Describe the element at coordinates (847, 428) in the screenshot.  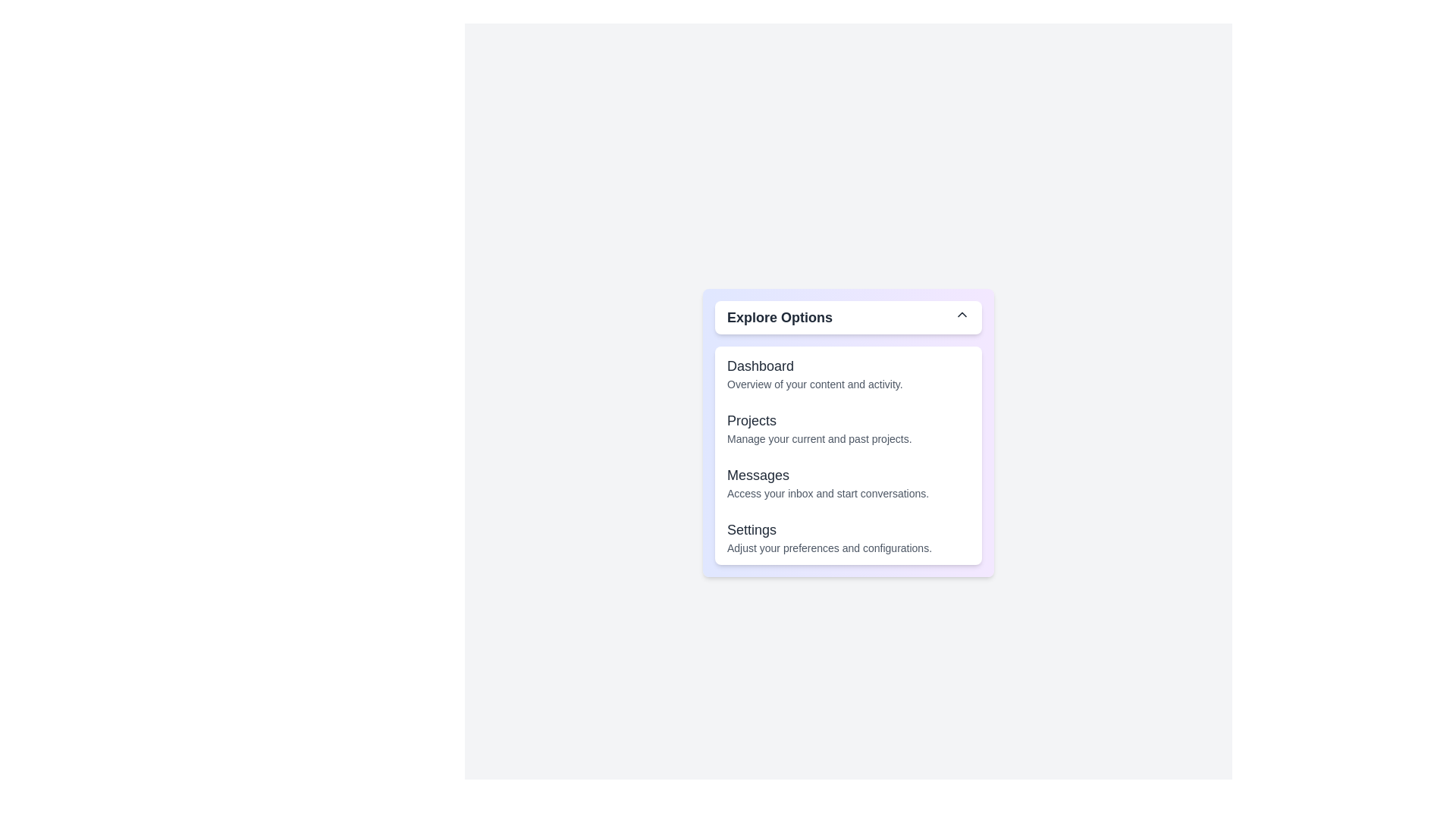
I see `the option 'Projects' from the dropdown menu` at that location.